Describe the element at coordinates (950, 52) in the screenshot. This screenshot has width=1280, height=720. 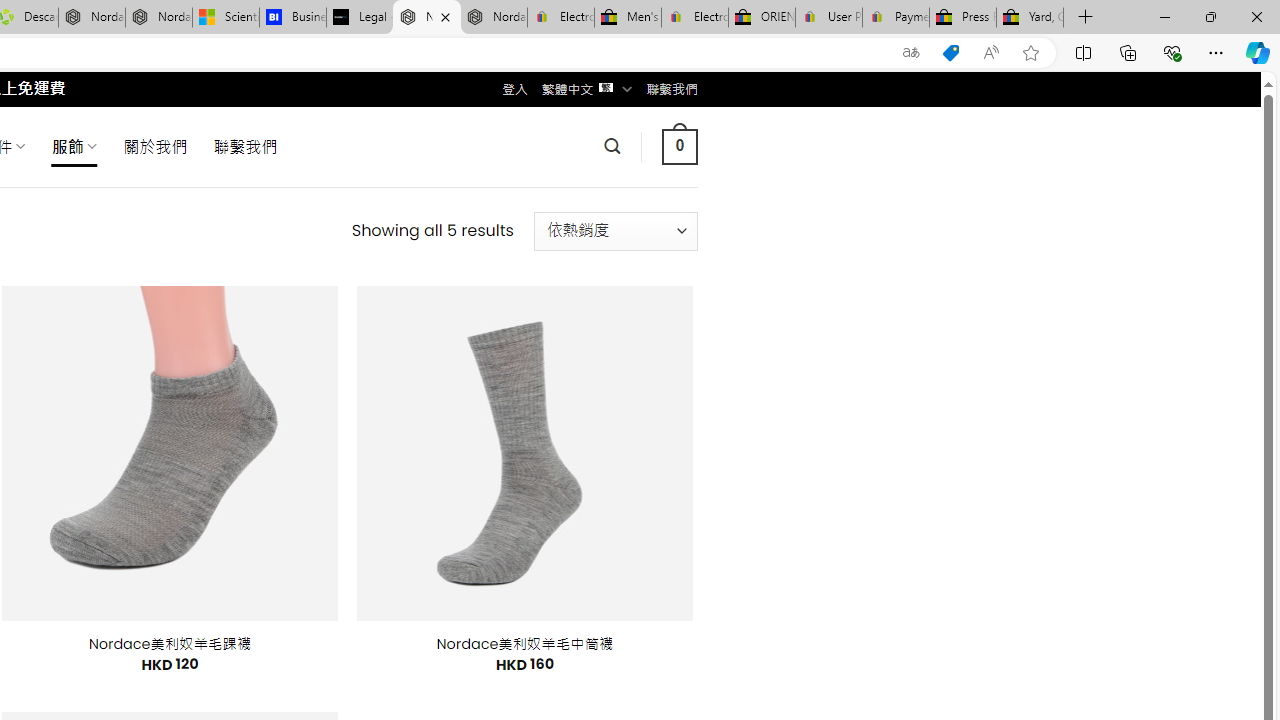
I see `'This site has coupons! Shopping in Microsoft Edge'` at that location.